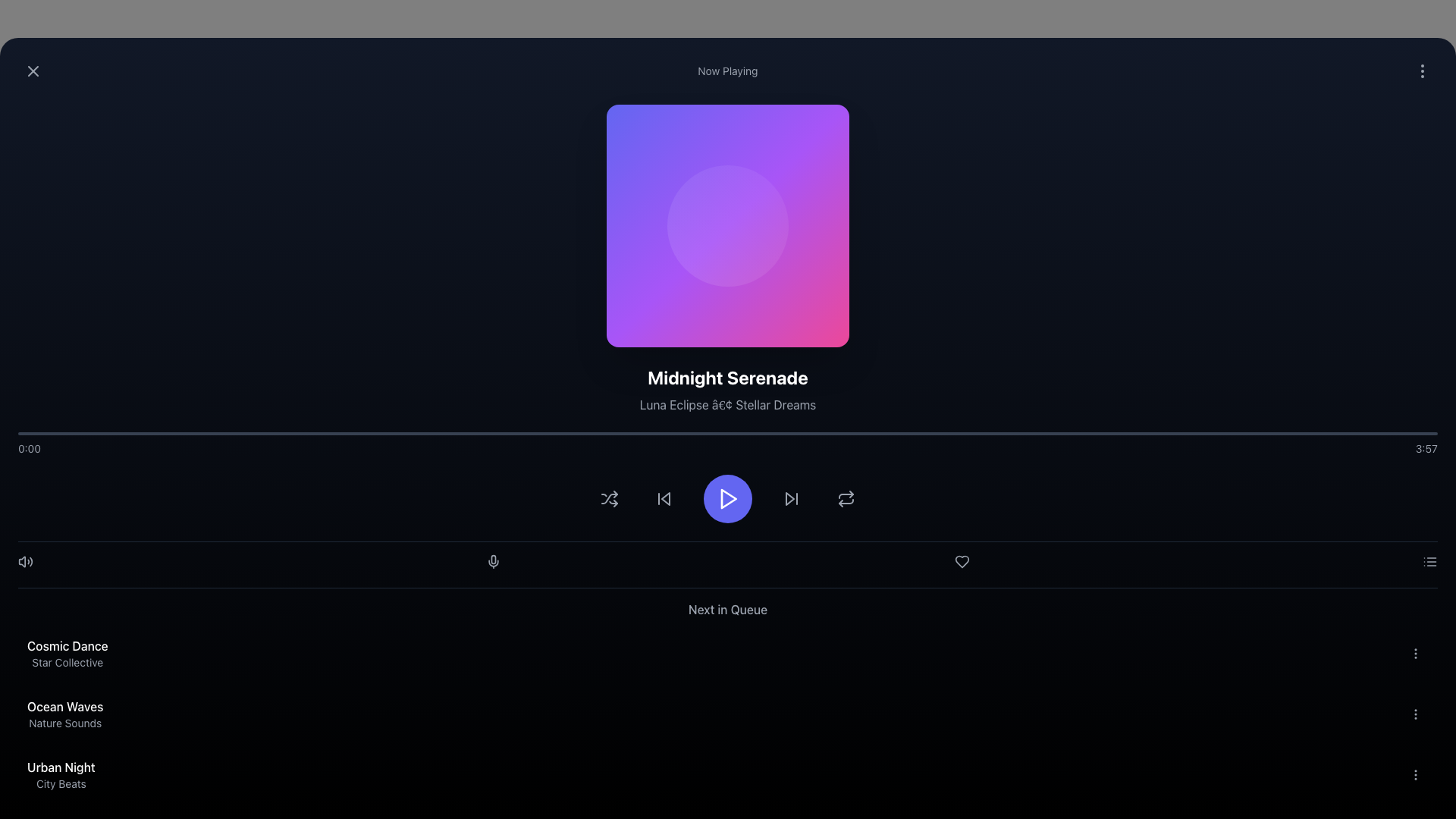 This screenshot has height=819, width=1456. Describe the element at coordinates (1415, 775) in the screenshot. I see `the button with three vertically aligned gray dots located next to the 'Urban Night City Beats' text` at that location.